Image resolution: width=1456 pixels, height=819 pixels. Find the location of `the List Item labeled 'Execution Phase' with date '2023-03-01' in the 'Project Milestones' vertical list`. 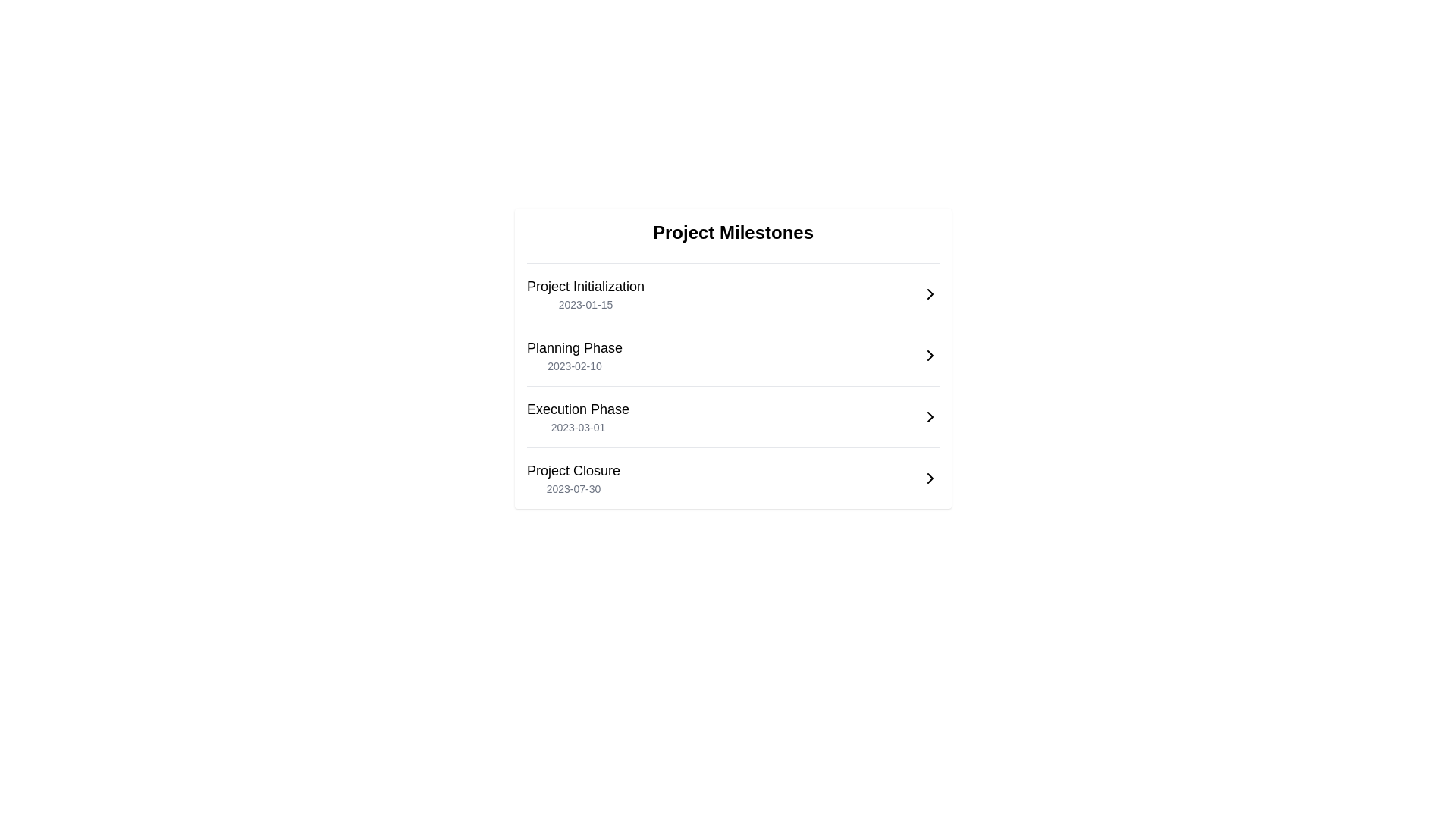

the List Item labeled 'Execution Phase' with date '2023-03-01' in the 'Project Milestones' vertical list is located at coordinates (733, 409).